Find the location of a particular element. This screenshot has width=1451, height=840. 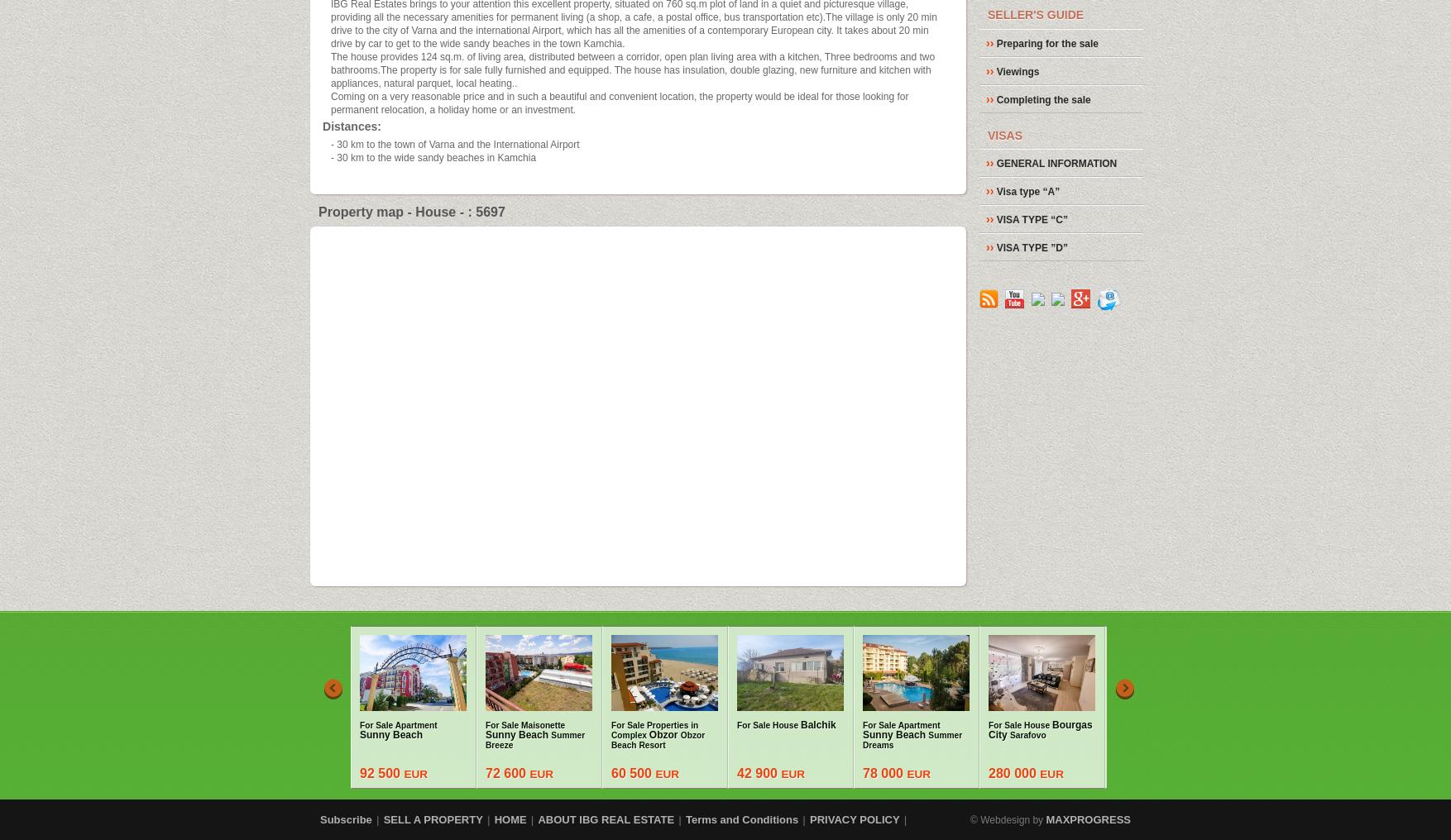

'Sveti Vlas' is located at coordinates (1166, 729).